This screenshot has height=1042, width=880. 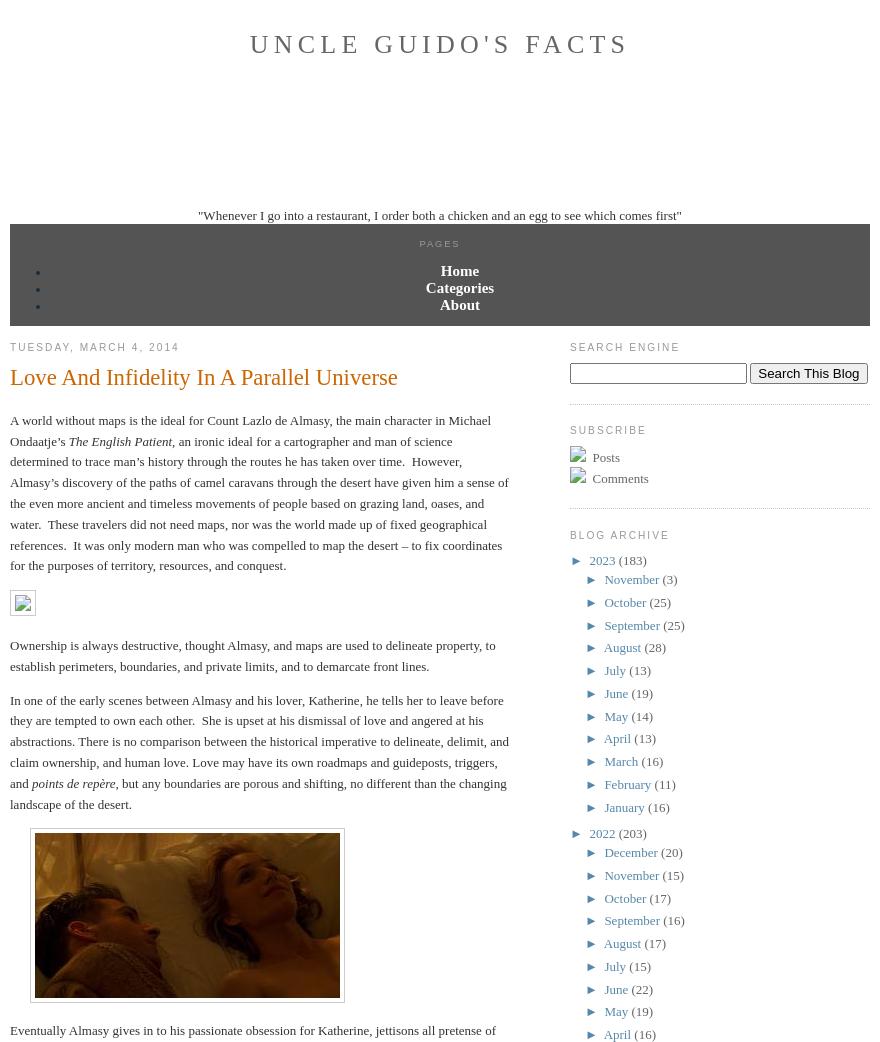 What do you see at coordinates (632, 558) in the screenshot?
I see `'(183)'` at bounding box center [632, 558].